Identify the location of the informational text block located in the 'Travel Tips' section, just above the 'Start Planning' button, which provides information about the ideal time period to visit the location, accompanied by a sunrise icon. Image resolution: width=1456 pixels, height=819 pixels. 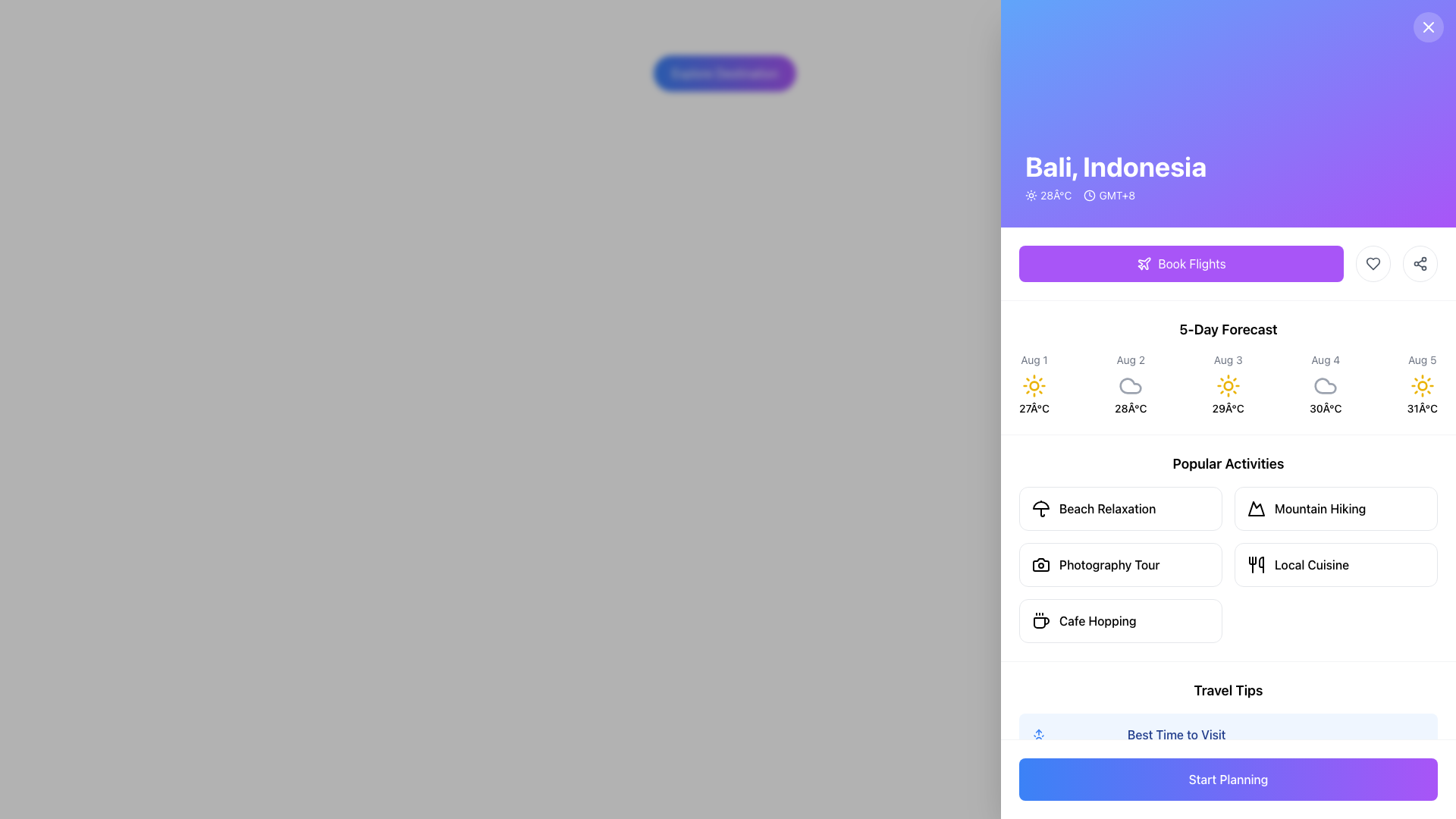
(1175, 742).